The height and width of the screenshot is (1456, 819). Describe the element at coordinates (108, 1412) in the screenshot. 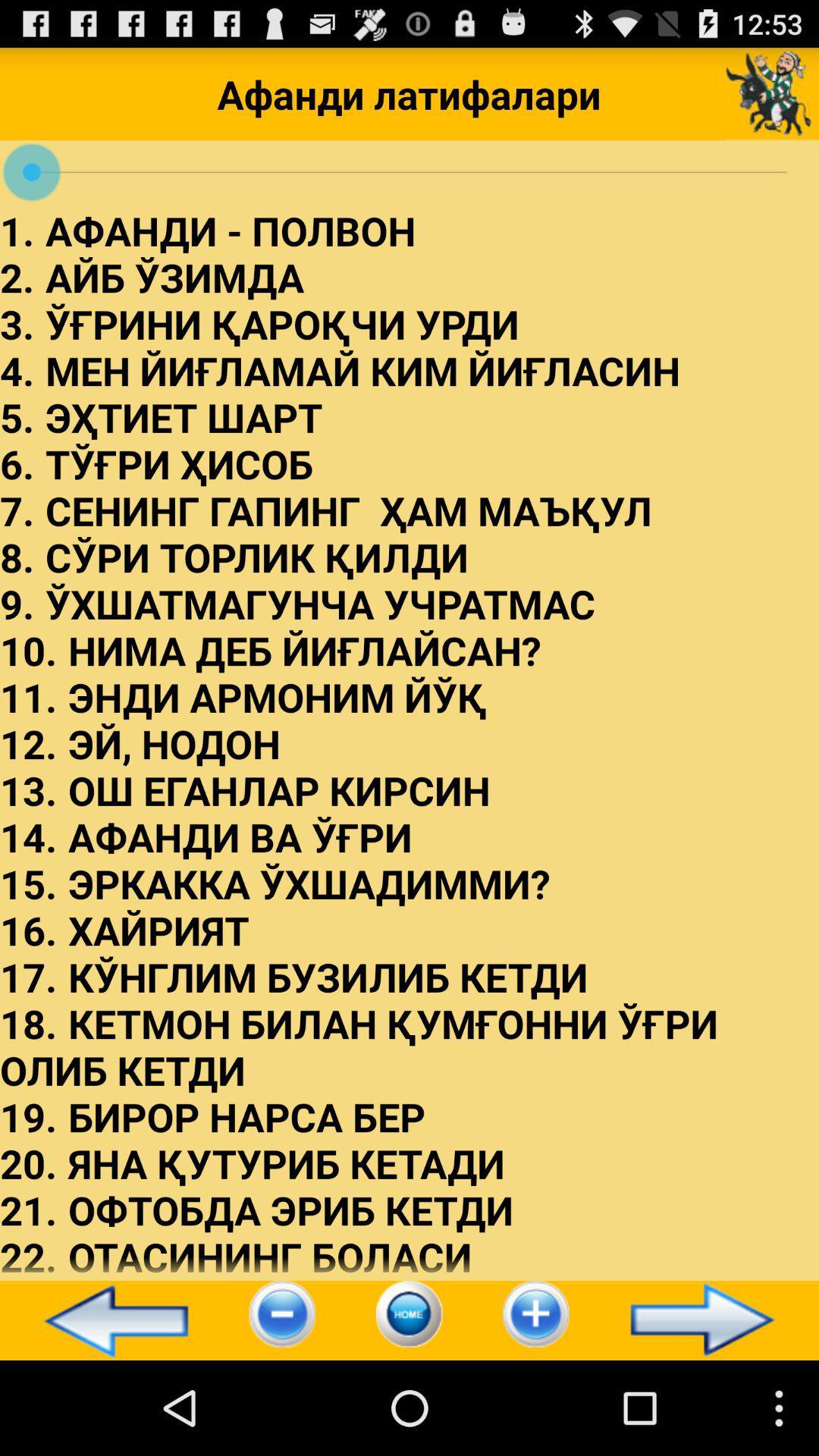

I see `the arrow_backward icon` at that location.